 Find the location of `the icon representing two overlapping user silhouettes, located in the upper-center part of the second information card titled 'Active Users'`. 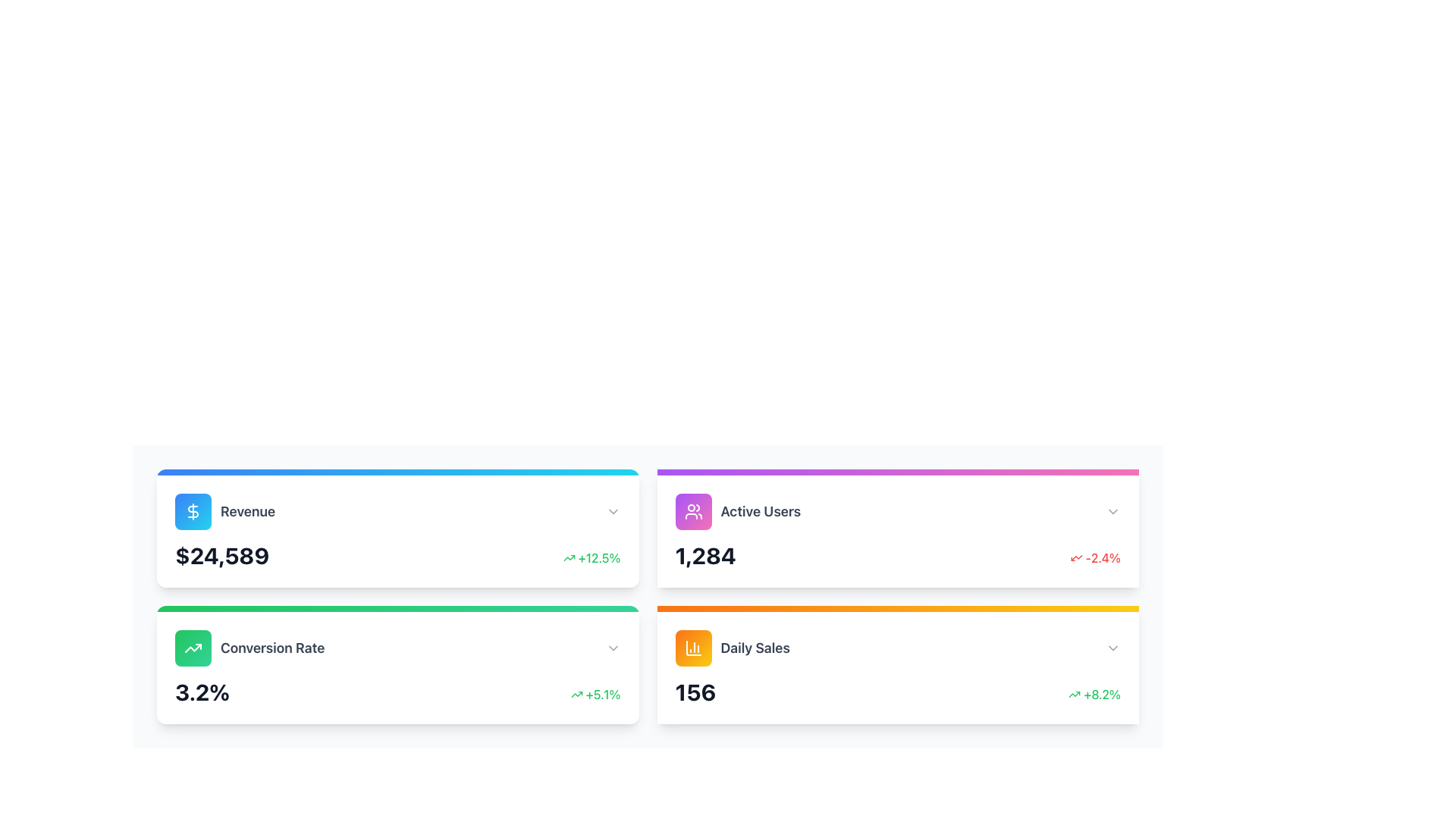

the icon representing two overlapping user silhouettes, located in the upper-center part of the second information card titled 'Active Users' is located at coordinates (692, 512).